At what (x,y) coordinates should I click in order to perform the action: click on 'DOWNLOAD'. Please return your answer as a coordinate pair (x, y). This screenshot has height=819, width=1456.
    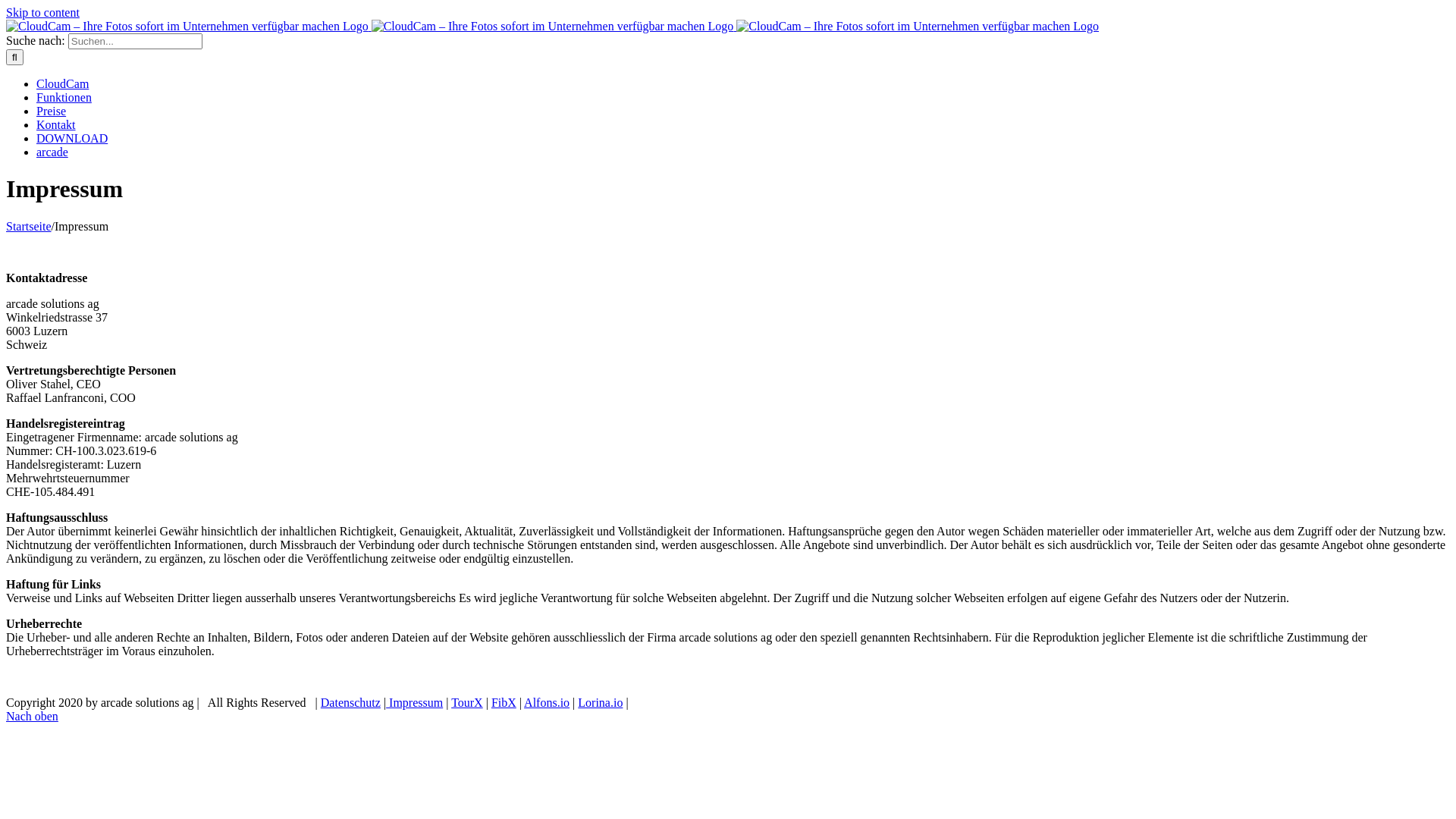
    Looking at the image, I should click on (71, 138).